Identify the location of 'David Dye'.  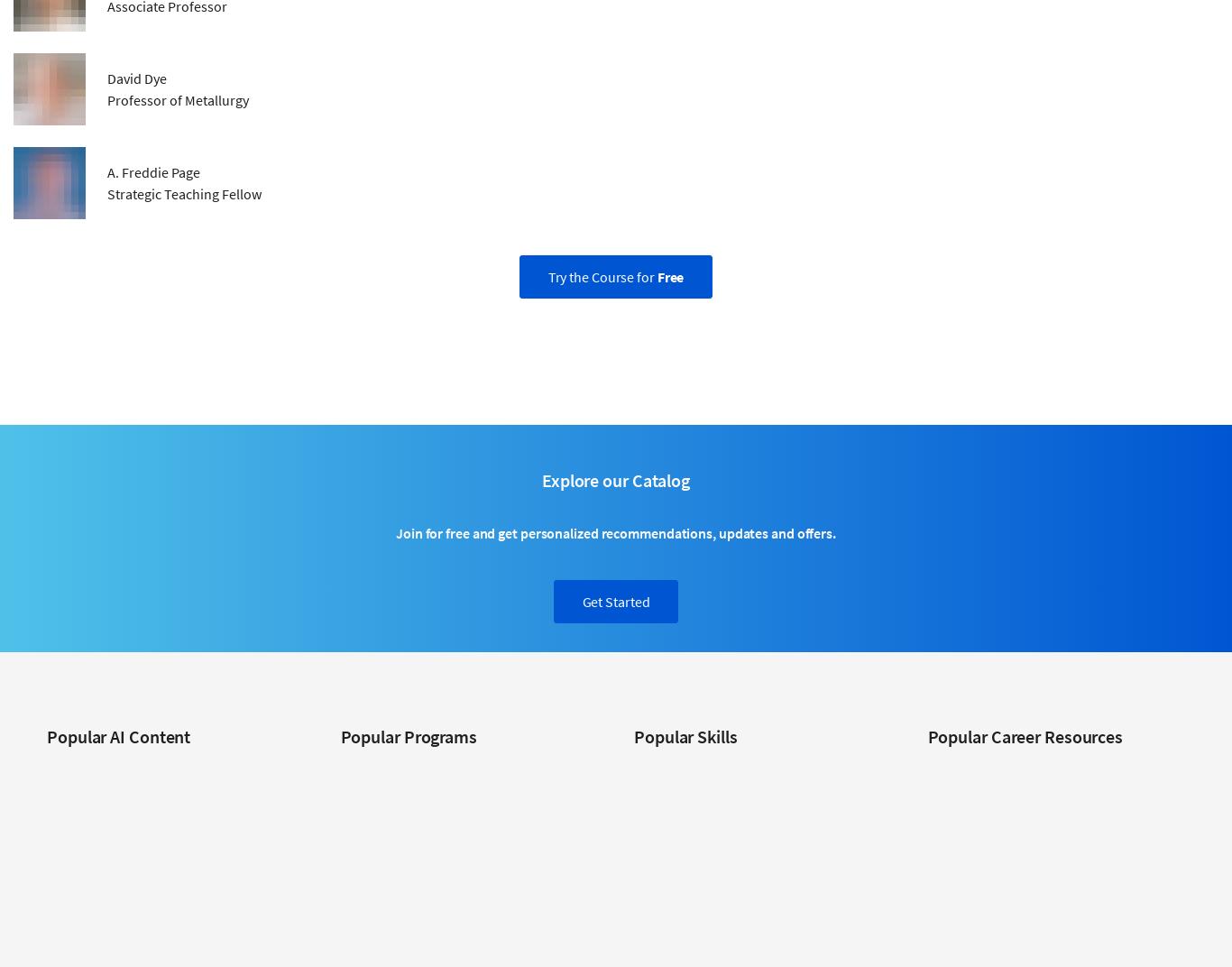
(136, 77).